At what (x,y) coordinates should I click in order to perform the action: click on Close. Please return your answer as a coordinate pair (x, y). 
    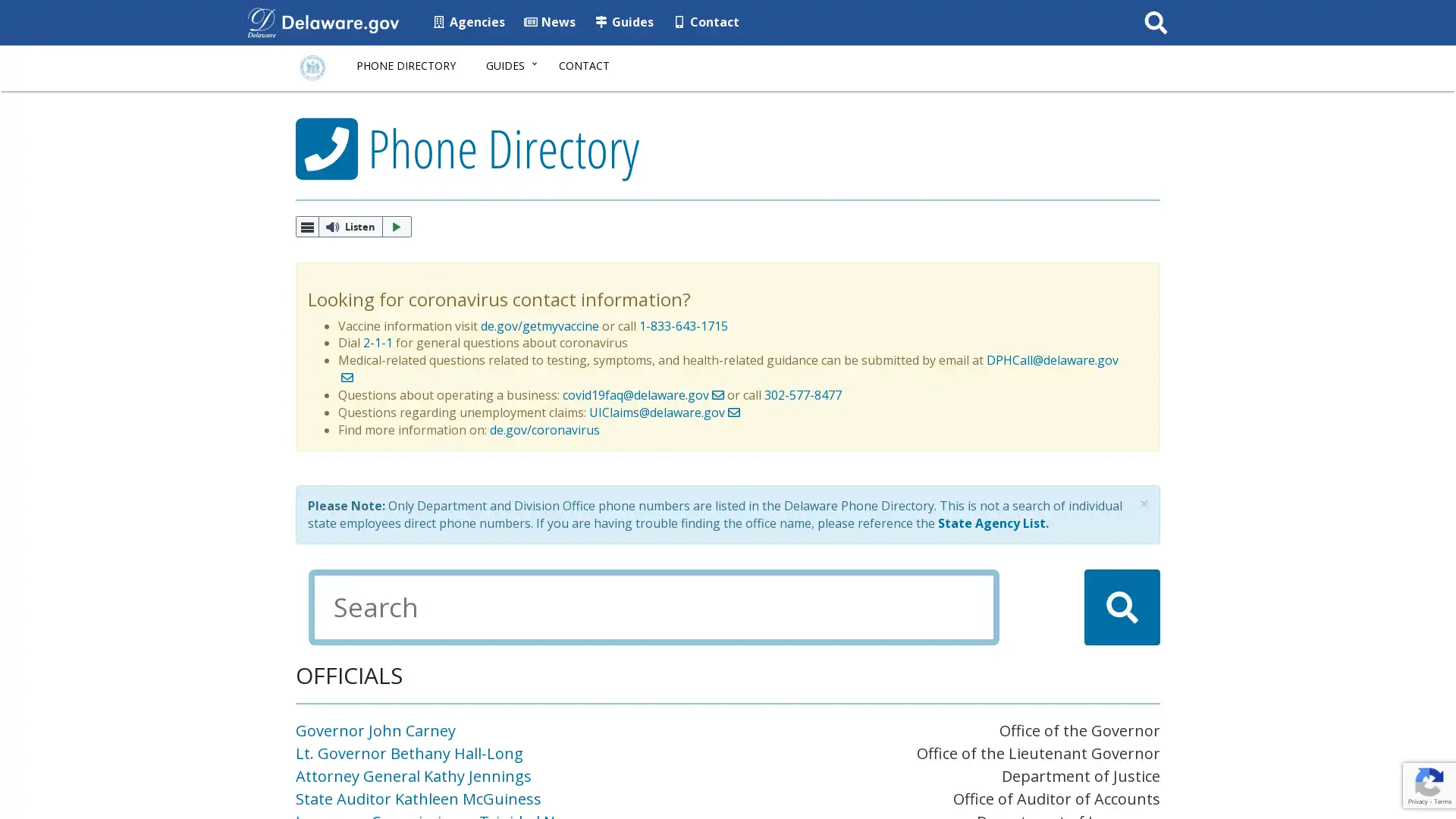
    Looking at the image, I should click on (1144, 504).